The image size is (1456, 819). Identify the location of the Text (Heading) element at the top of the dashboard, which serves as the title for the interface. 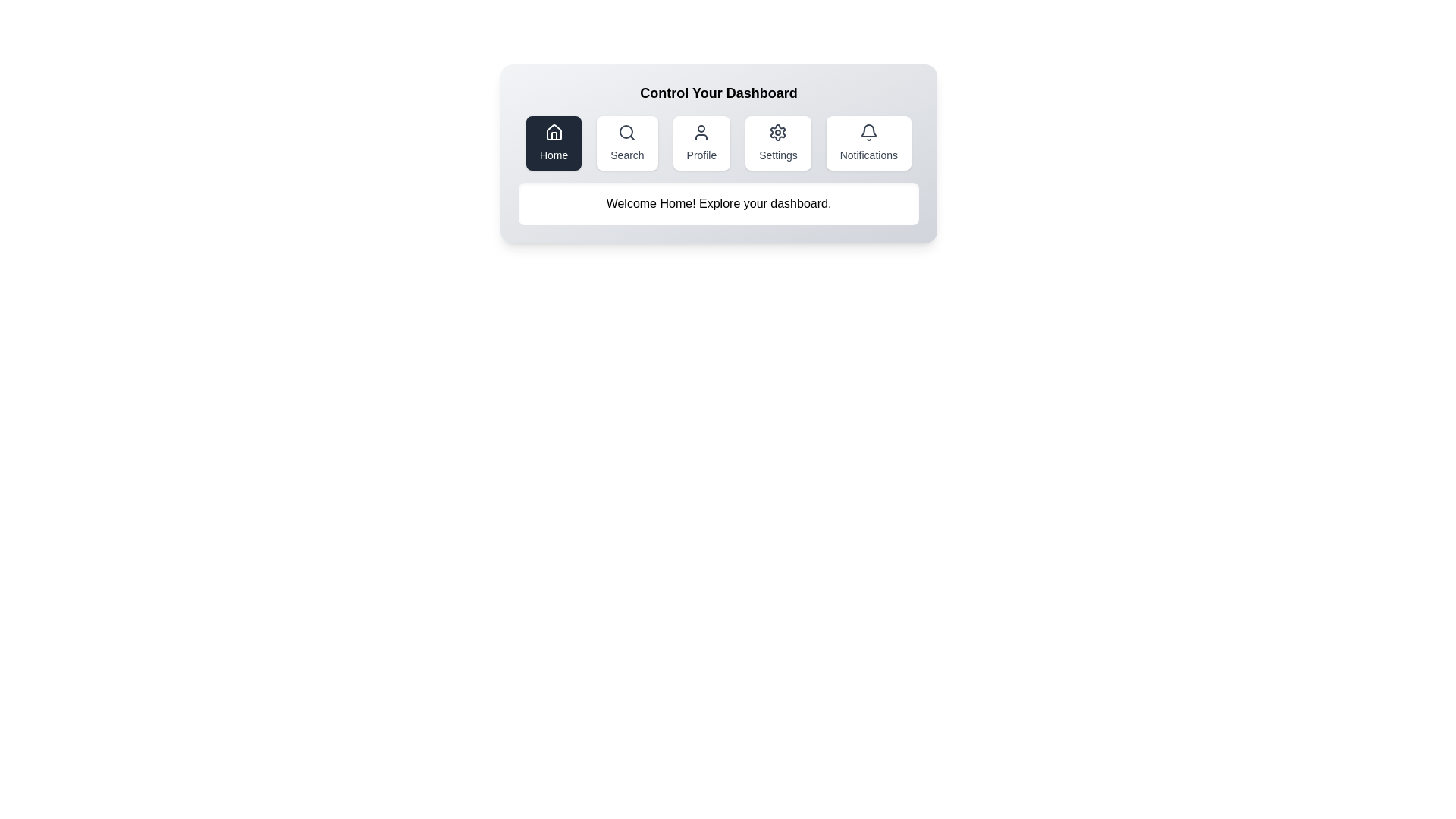
(718, 93).